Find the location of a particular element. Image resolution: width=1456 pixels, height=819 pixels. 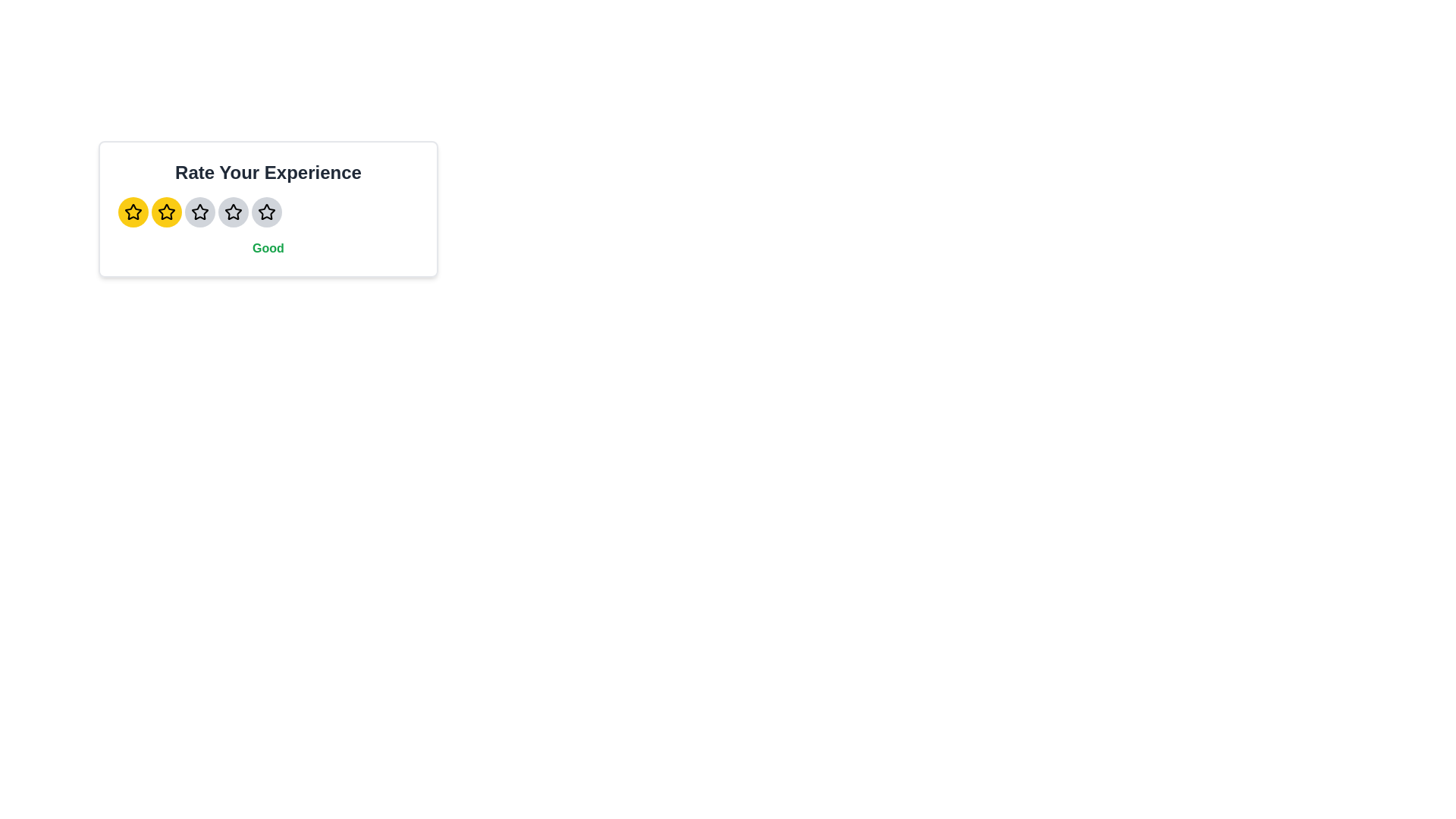

the first star-shaped Rating Star Icon with a black outline, positioned inside a circular yellow background is located at coordinates (133, 212).